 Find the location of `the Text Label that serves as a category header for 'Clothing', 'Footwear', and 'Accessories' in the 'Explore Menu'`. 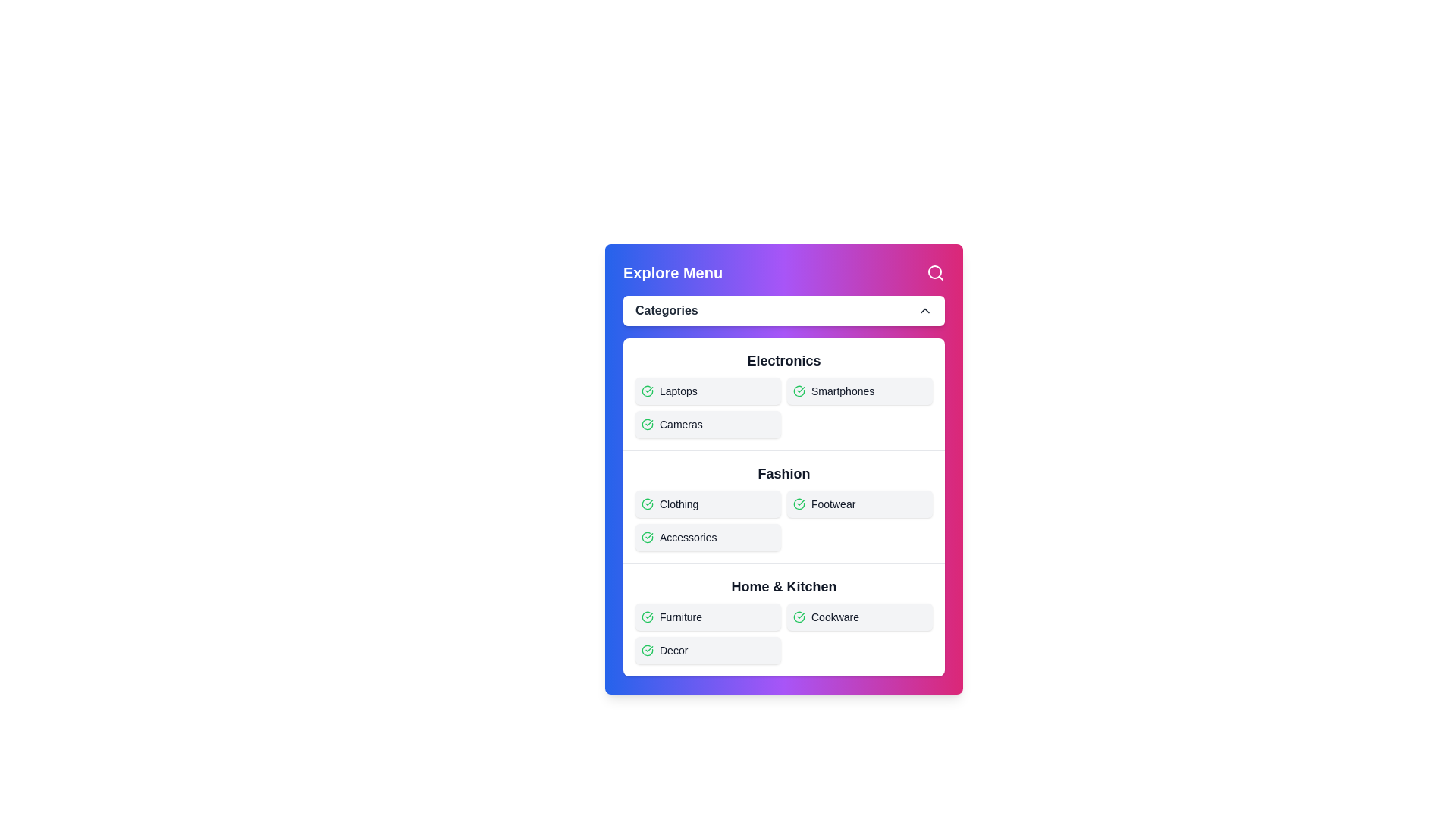

the Text Label that serves as a category header for 'Clothing', 'Footwear', and 'Accessories' in the 'Explore Menu' is located at coordinates (783, 472).